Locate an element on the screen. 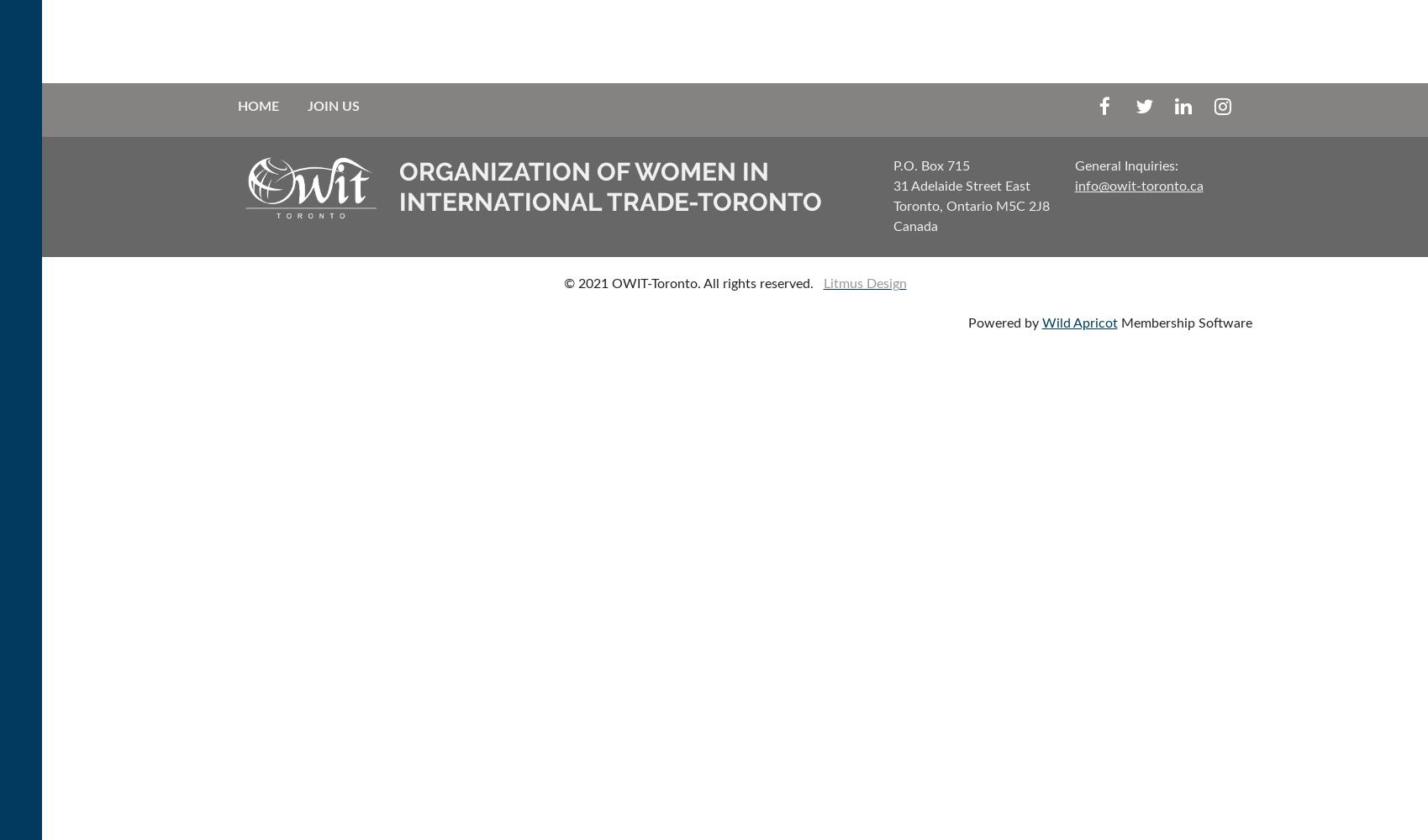 The image size is (1428, 840). 'Canada' is located at coordinates (914, 227).